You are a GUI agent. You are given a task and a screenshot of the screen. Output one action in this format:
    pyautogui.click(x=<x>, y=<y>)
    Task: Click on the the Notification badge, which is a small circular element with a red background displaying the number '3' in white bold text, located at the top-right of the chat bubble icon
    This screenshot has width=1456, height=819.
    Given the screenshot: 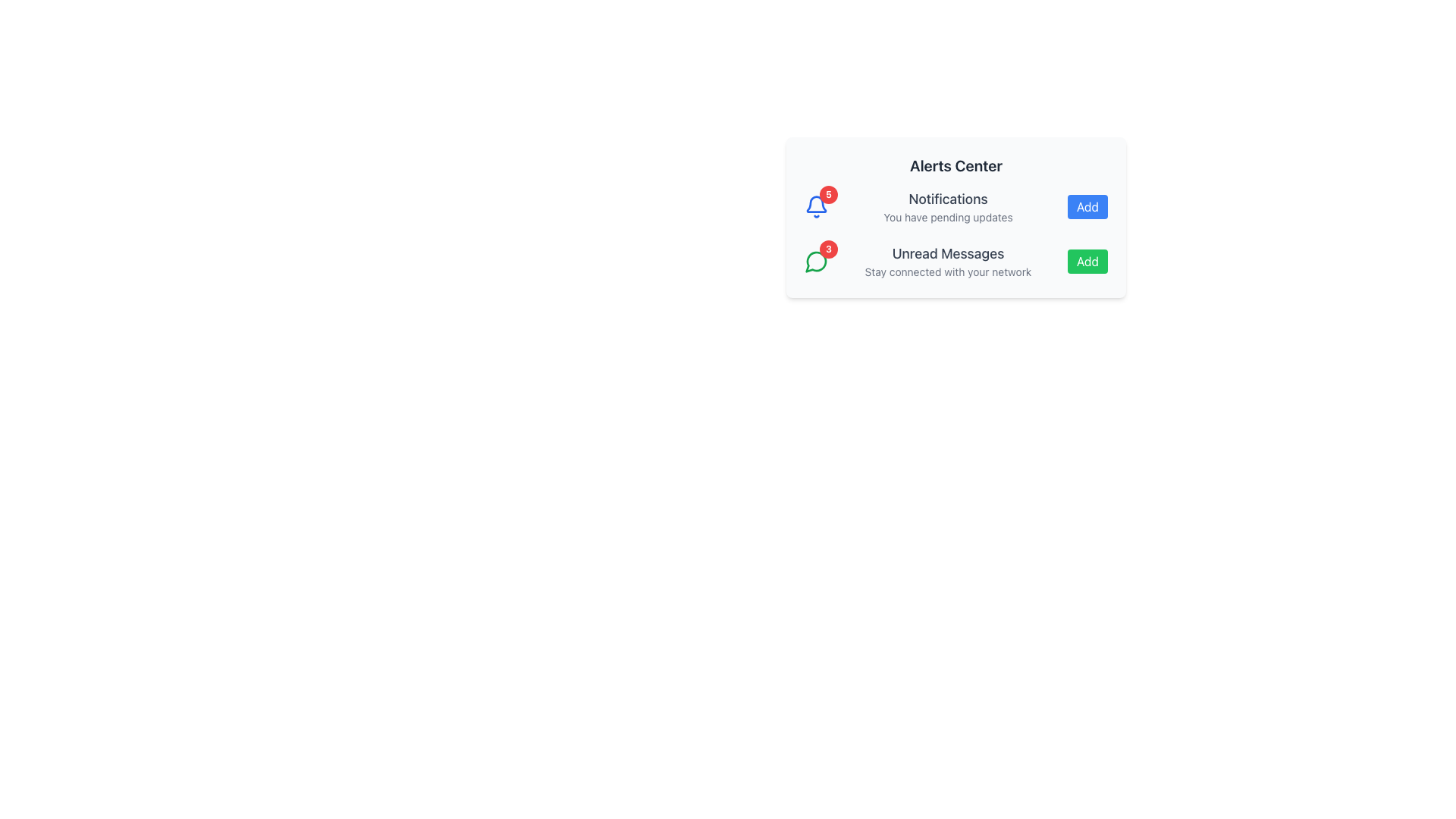 What is the action you would take?
    pyautogui.click(x=828, y=248)
    